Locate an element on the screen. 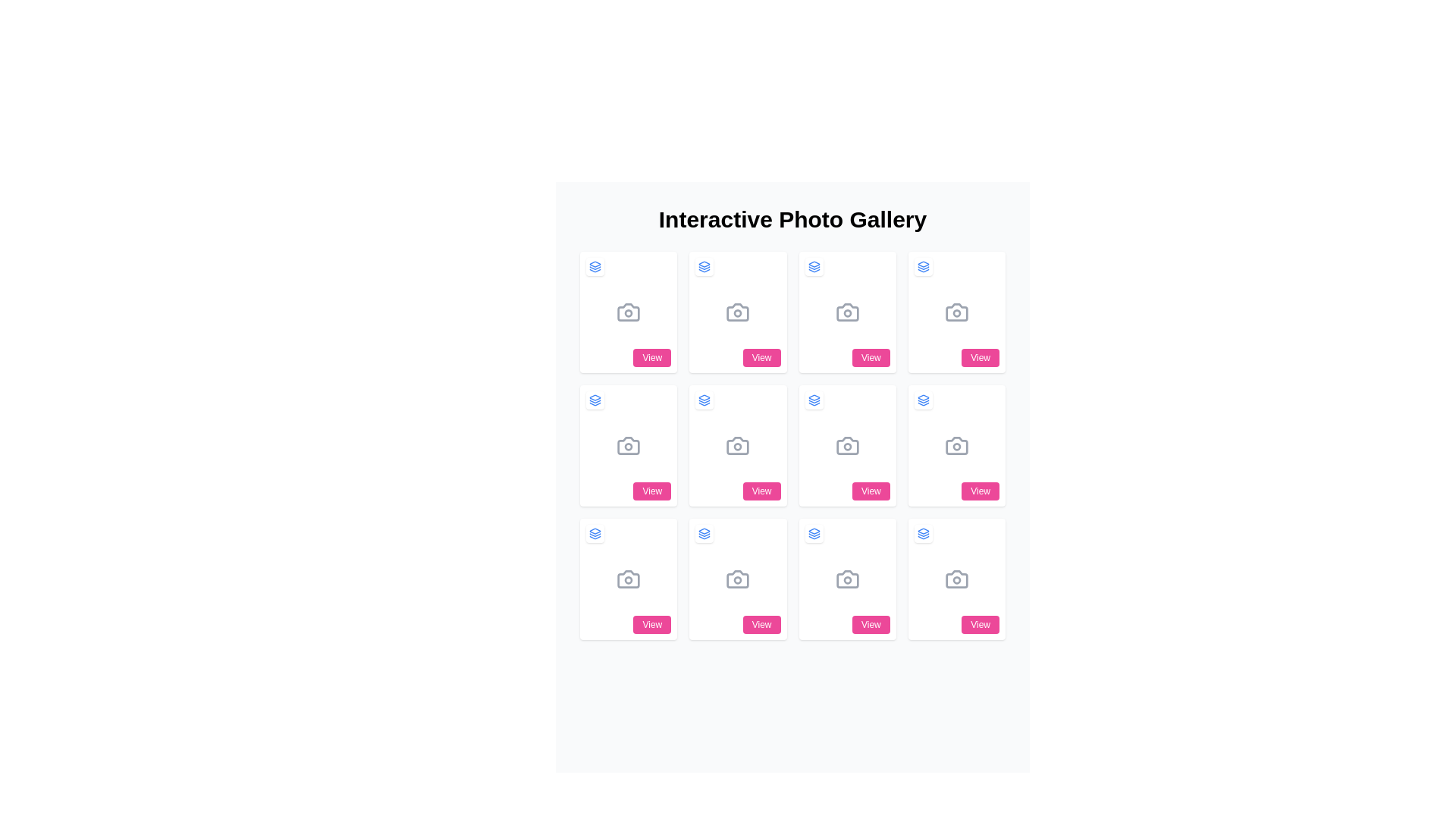 This screenshot has width=1456, height=819. the camera icon in the photo gallery interface, which indicates the absence of an image and is located in the second column and third row of the grid layout is located at coordinates (738, 579).